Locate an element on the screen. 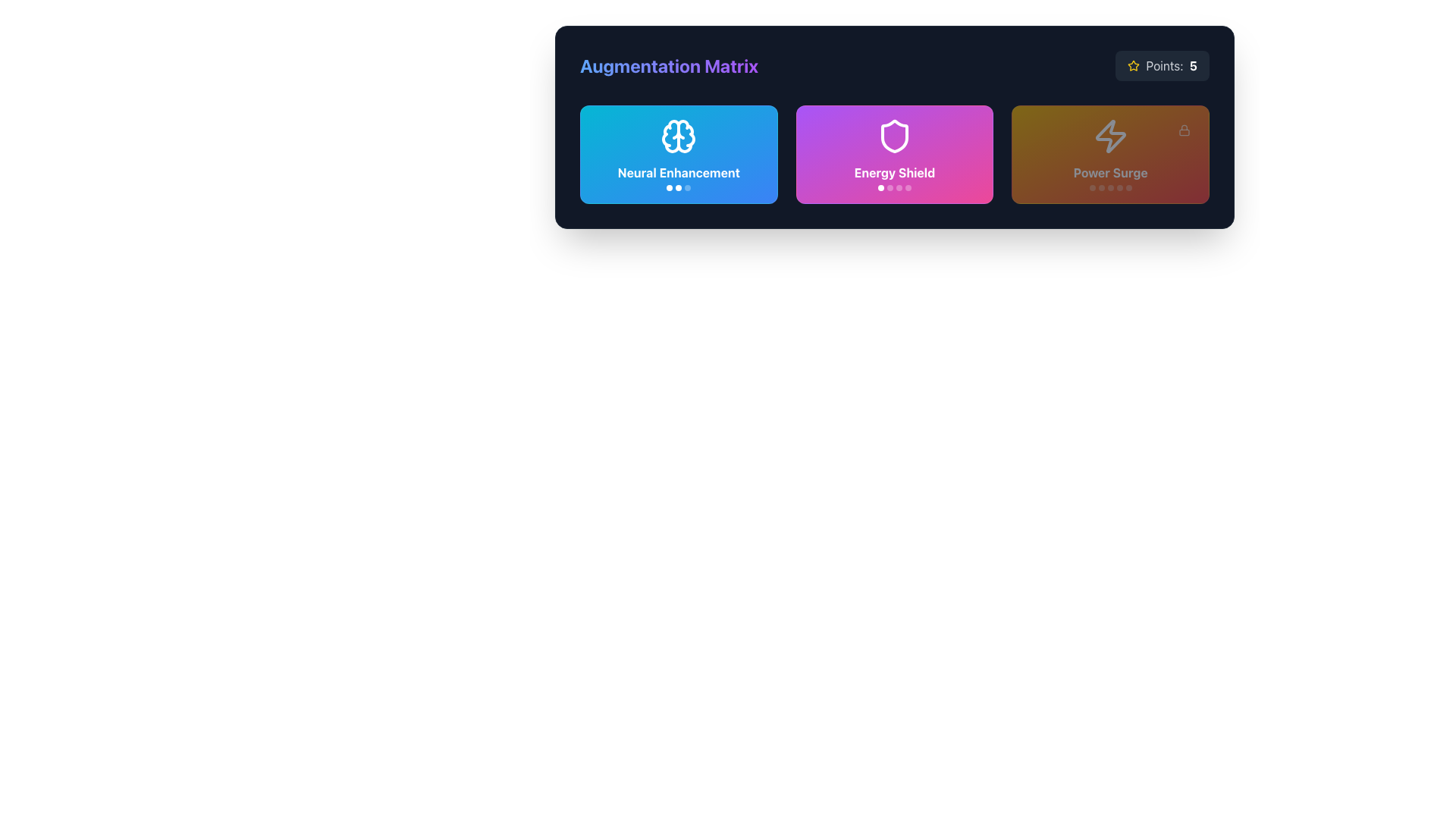 This screenshot has height=819, width=1456. the second pagination dot of the progress indicator located below the 'Neural Enhancement' text, which consists of a row of small circular dots with two solid white dots and one semi-transparent dot is located at coordinates (678, 187).